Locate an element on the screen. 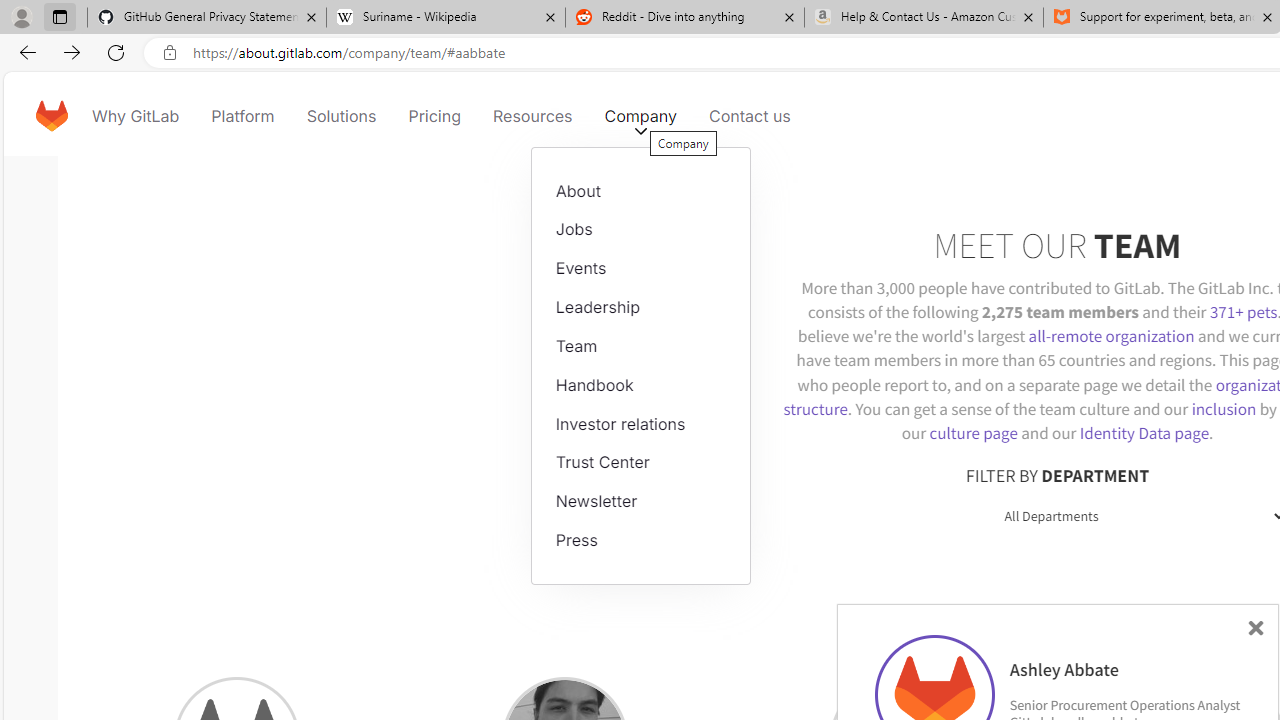 The height and width of the screenshot is (720, 1280). 'Pricing' is located at coordinates (432, 115).